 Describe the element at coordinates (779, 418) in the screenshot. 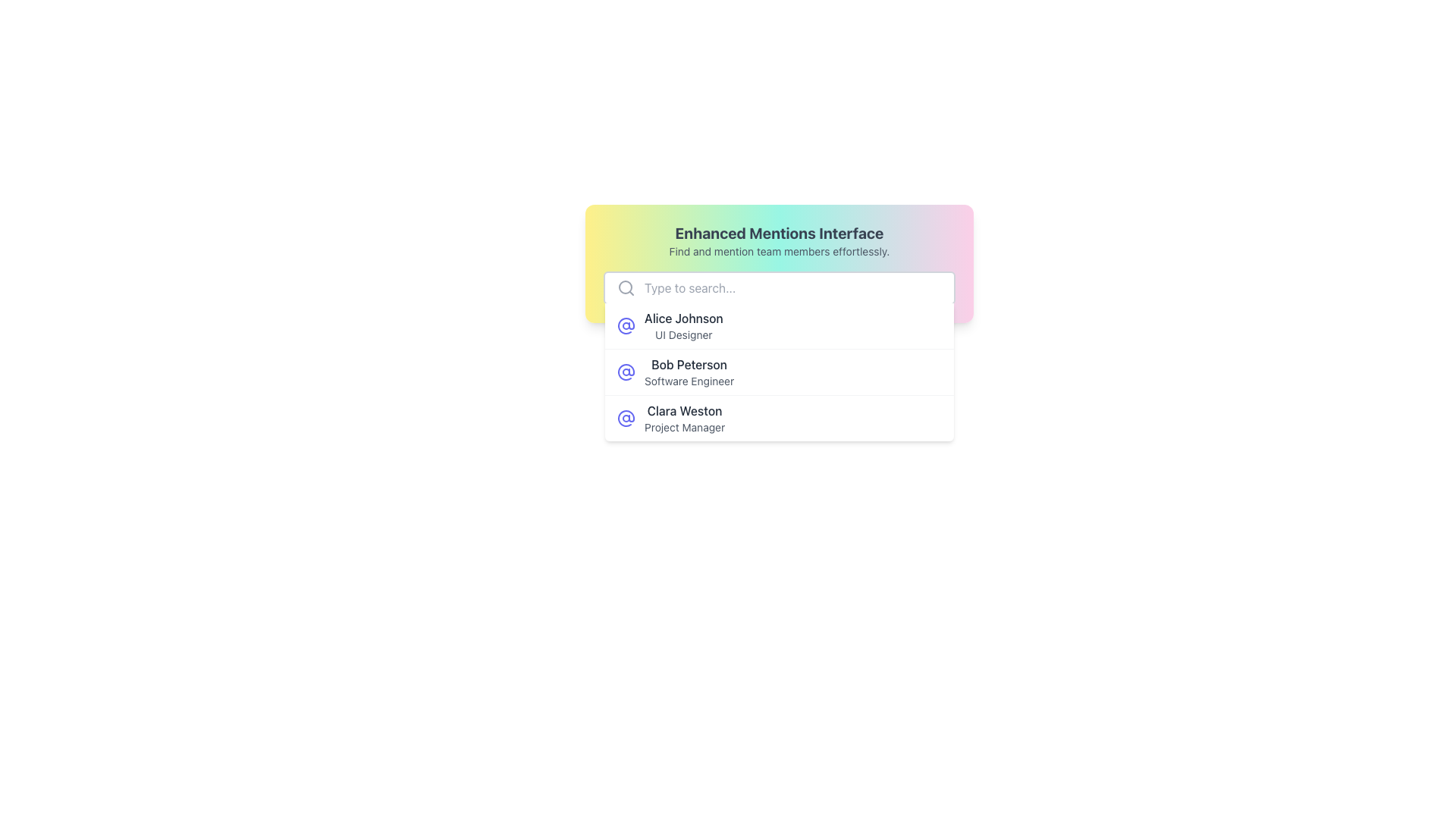

I see `the third item in the mention dropdown list, which represents 'Clara Weston', by clicking on it` at that location.